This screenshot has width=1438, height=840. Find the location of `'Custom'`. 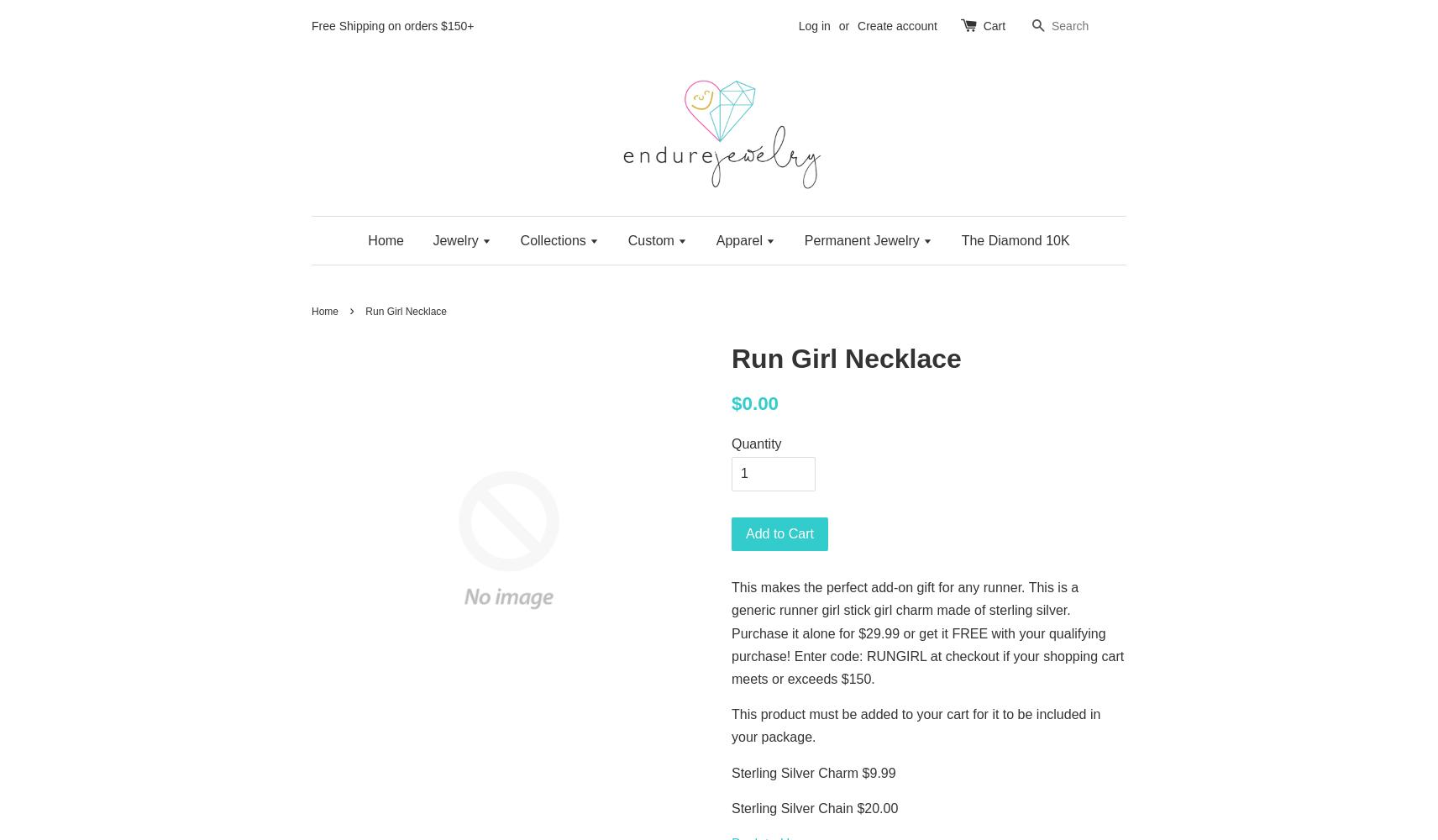

'Custom' is located at coordinates (653, 239).